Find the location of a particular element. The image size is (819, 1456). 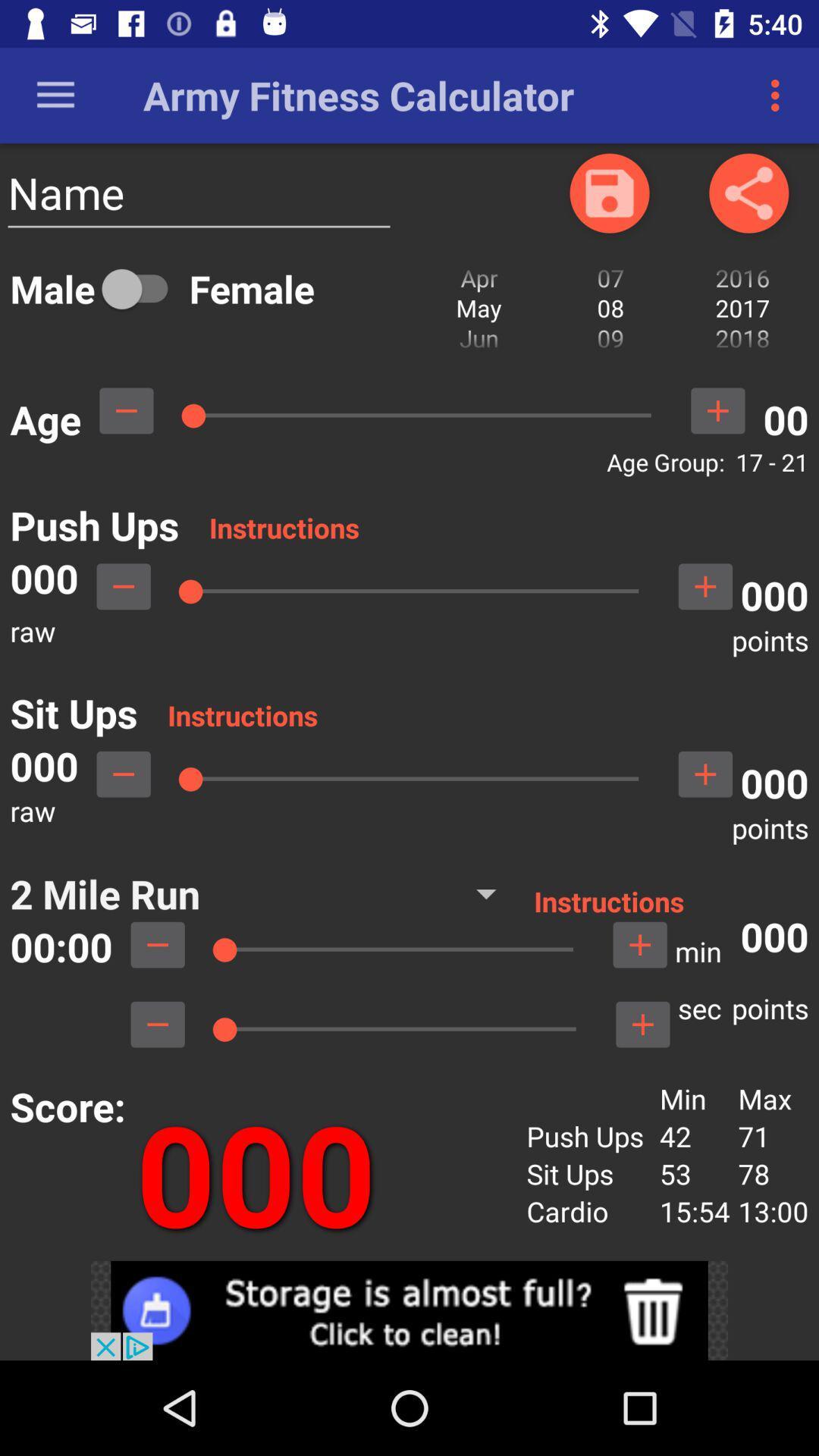

click decrease button is located at coordinates (158, 1025).